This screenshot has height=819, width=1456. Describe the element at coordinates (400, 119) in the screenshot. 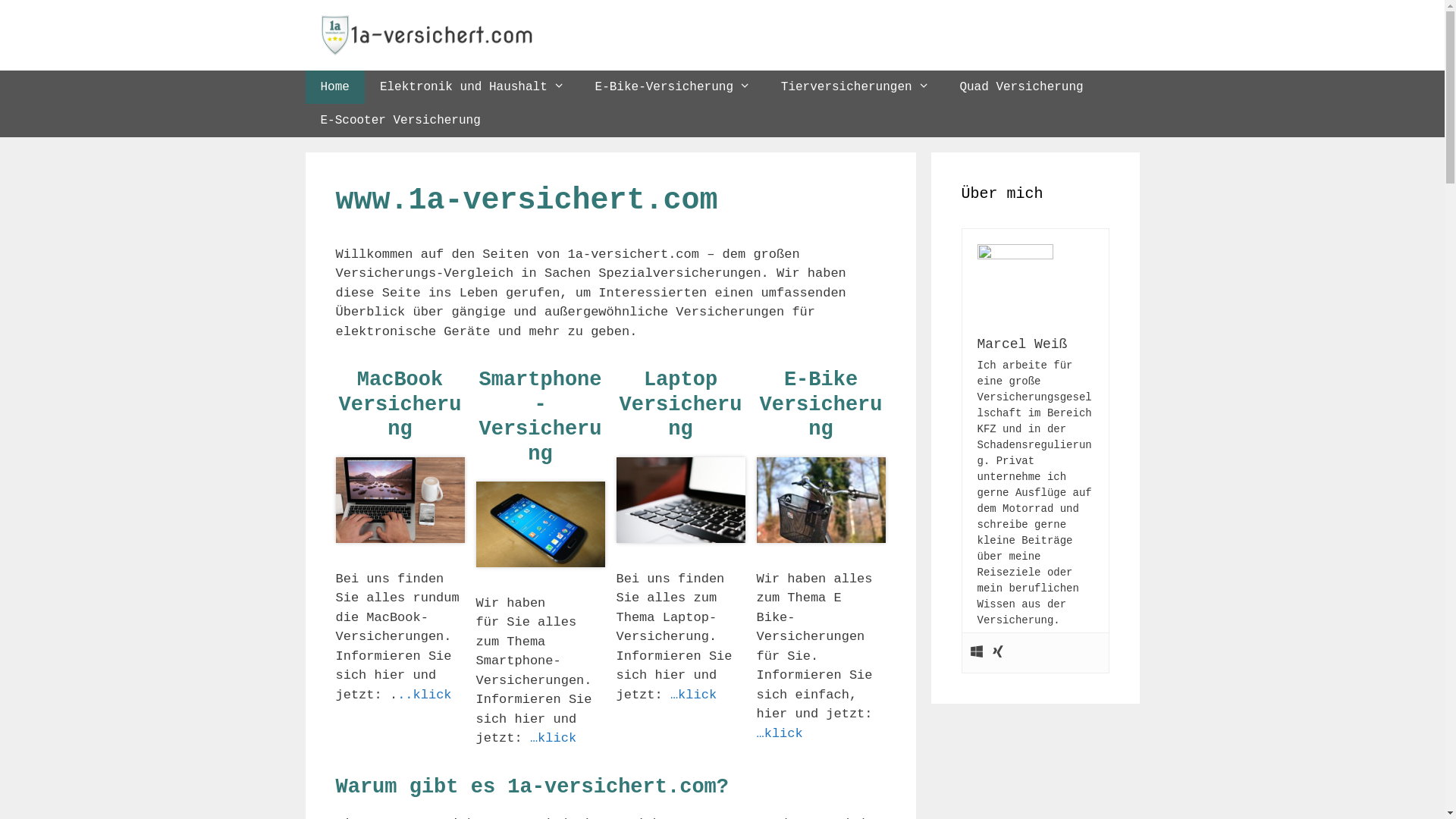

I see `'E-Scooter Versicherung'` at that location.